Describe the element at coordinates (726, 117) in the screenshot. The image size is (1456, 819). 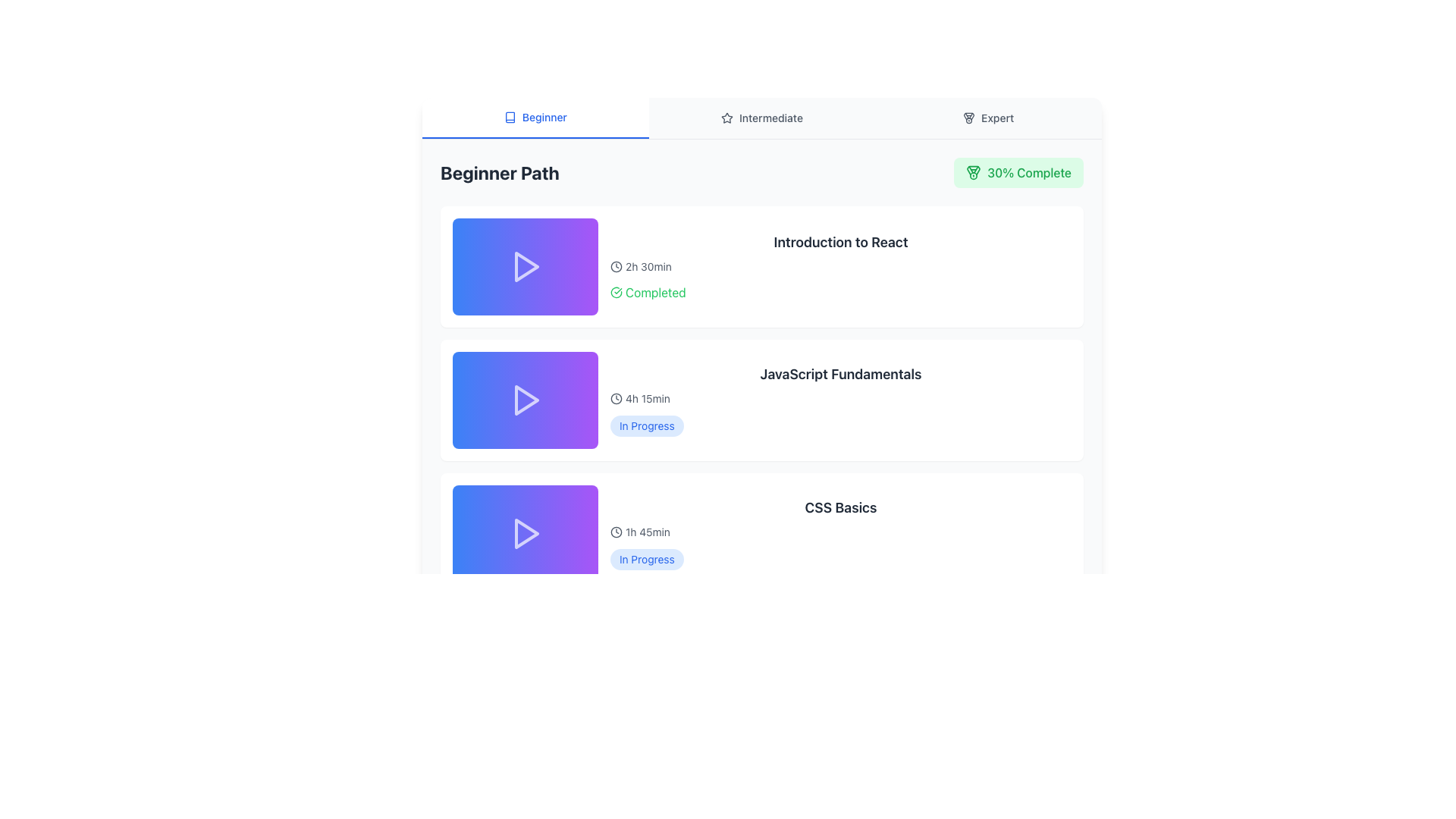
I see `the center of the outlined star-shaped icon located in the top-right section of the interface for interaction` at that location.